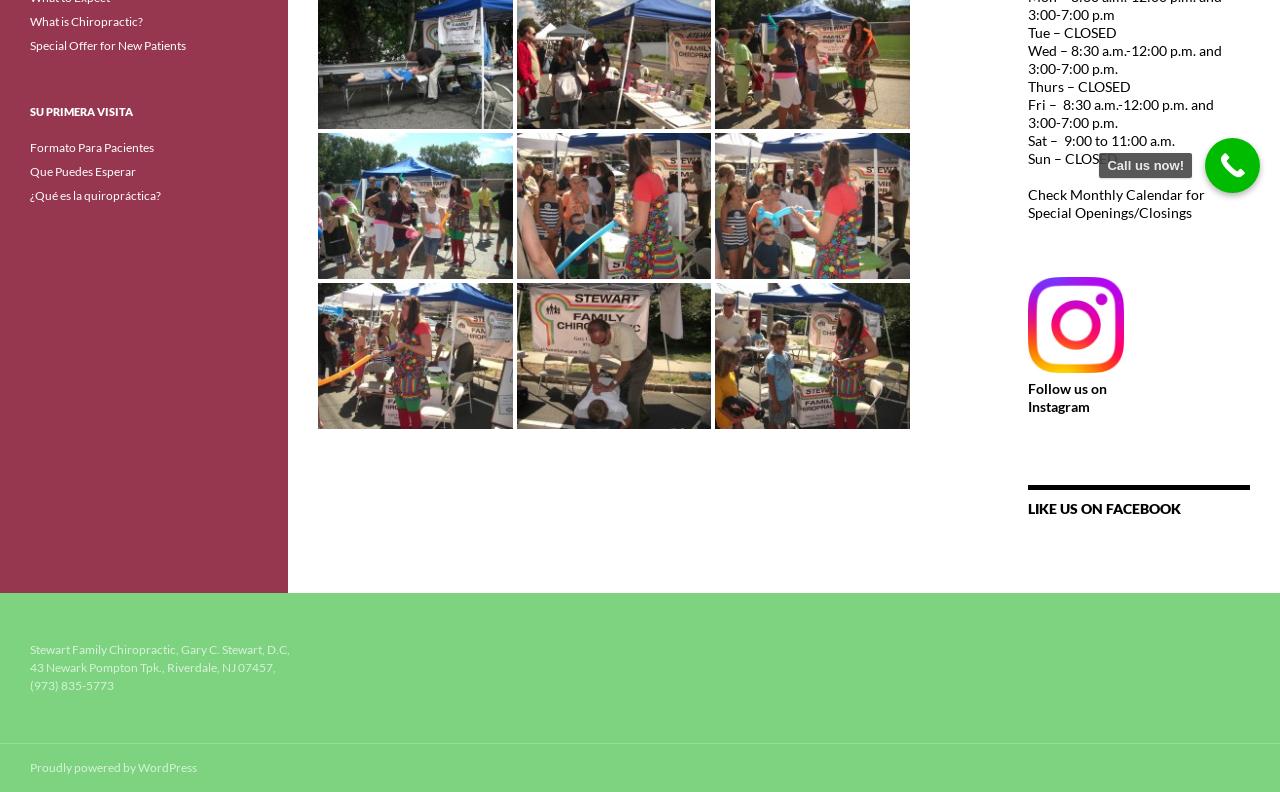 This screenshot has width=1280, height=792. Describe the element at coordinates (112, 767) in the screenshot. I see `'Proudly powered by WordPress'` at that location.